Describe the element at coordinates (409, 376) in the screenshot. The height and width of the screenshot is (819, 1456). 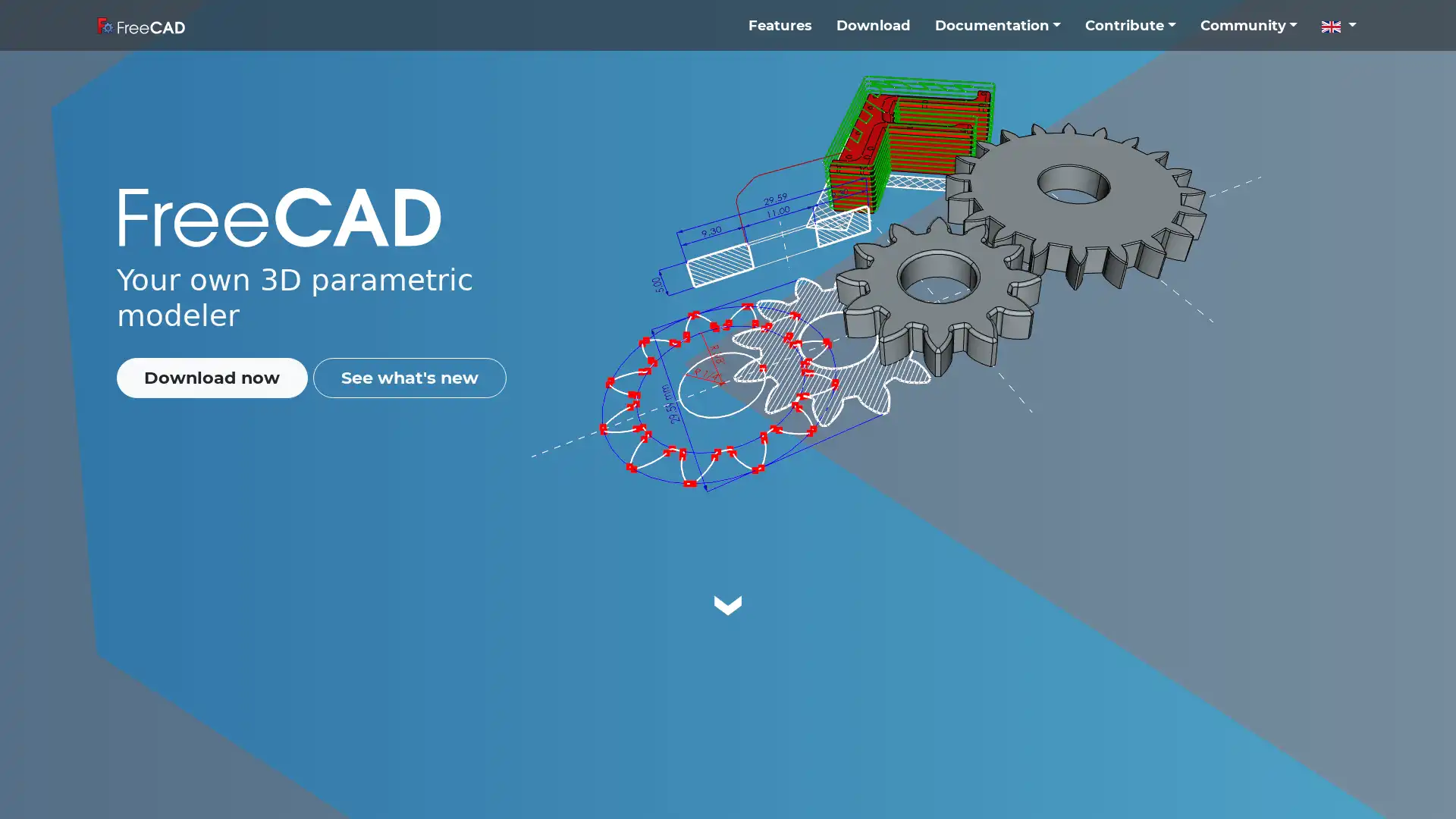
I see `See what's new` at that location.